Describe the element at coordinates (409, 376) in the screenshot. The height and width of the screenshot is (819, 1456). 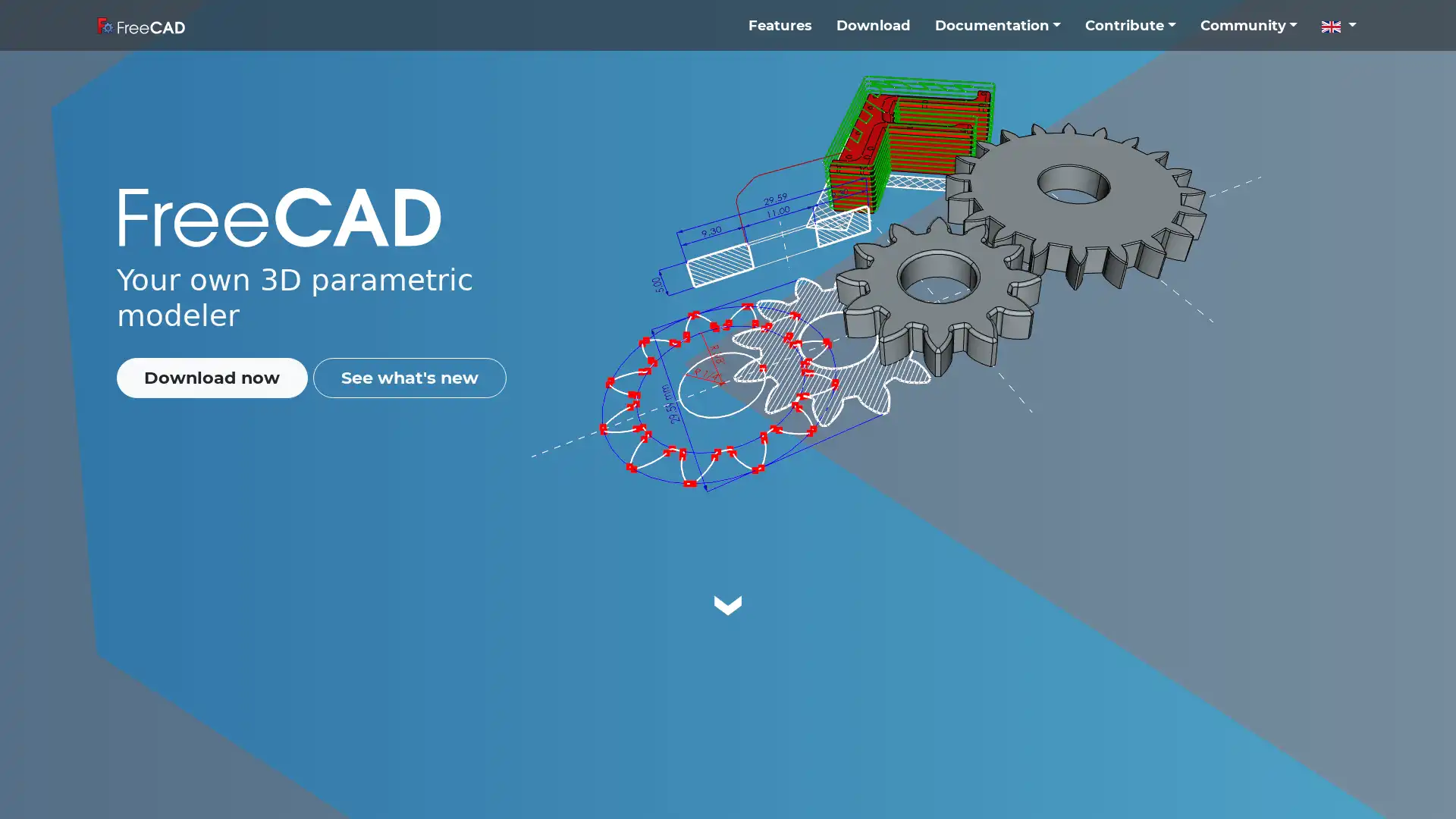
I see `See what's new` at that location.